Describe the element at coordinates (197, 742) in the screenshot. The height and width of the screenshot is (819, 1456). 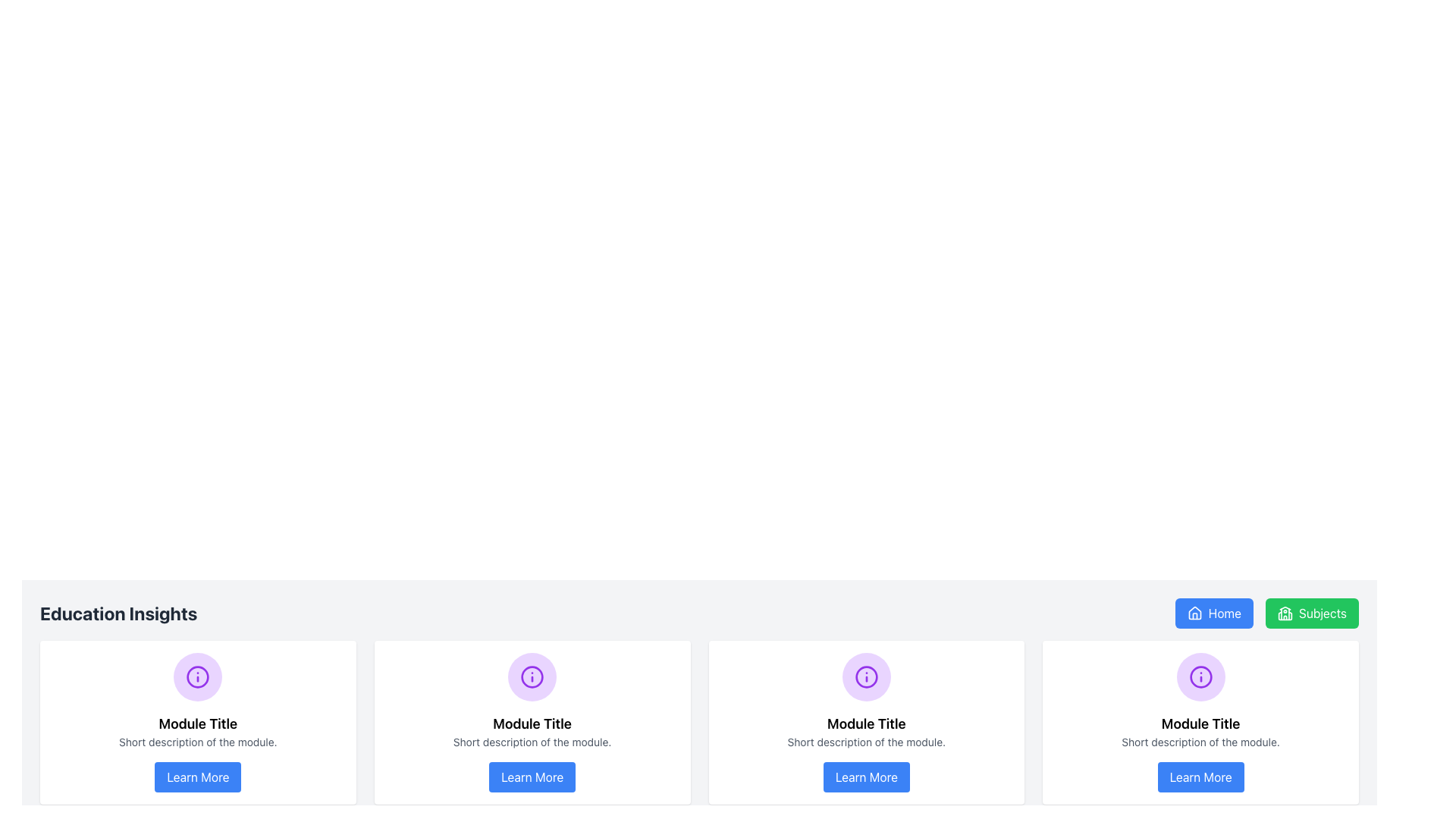
I see `the Text block that provides a brief textual description located below the 'Module Title' and above the 'Learn More' button` at that location.